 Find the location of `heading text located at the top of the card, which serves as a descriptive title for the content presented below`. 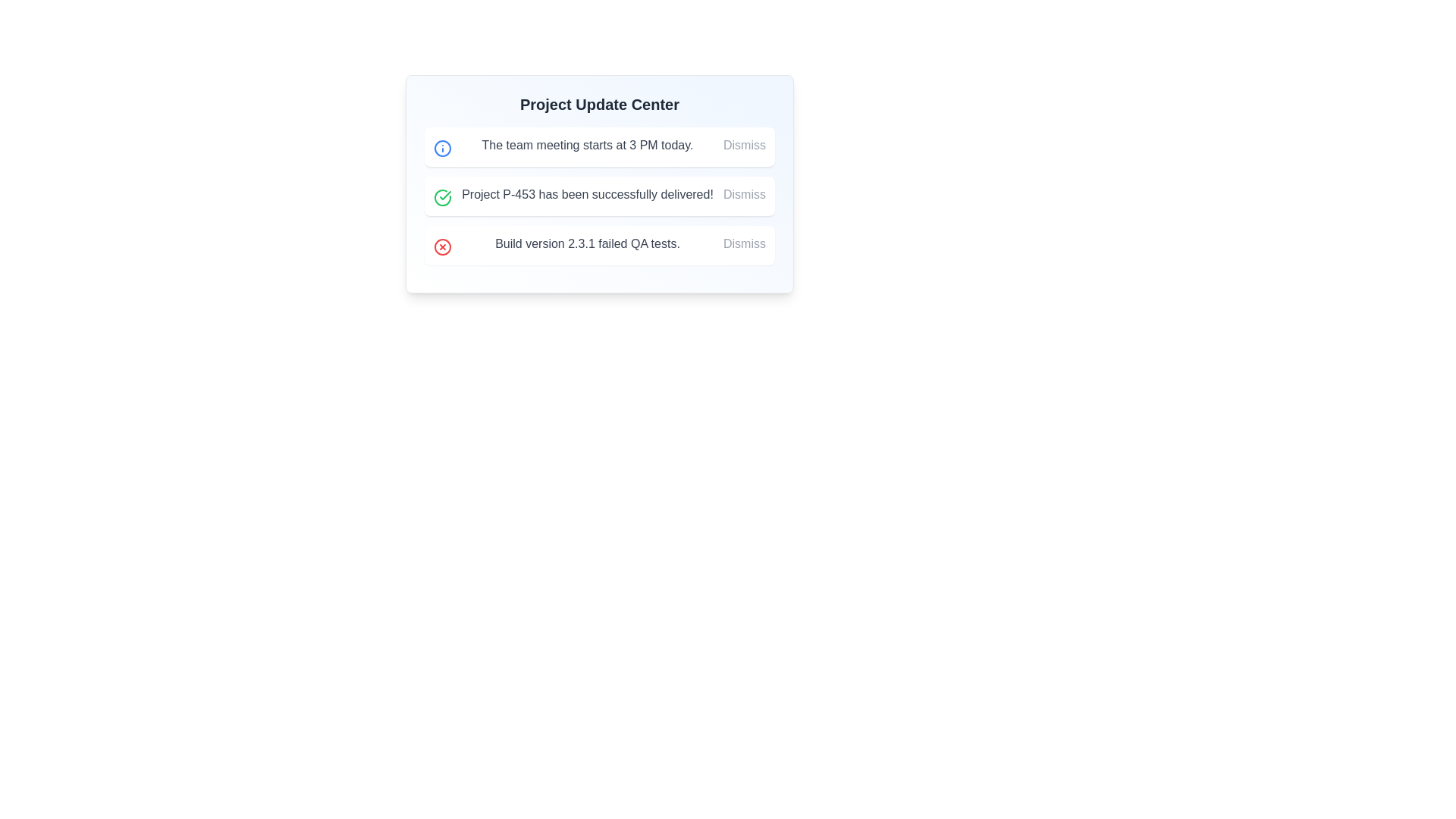

heading text located at the top of the card, which serves as a descriptive title for the content presented below is located at coordinates (599, 104).